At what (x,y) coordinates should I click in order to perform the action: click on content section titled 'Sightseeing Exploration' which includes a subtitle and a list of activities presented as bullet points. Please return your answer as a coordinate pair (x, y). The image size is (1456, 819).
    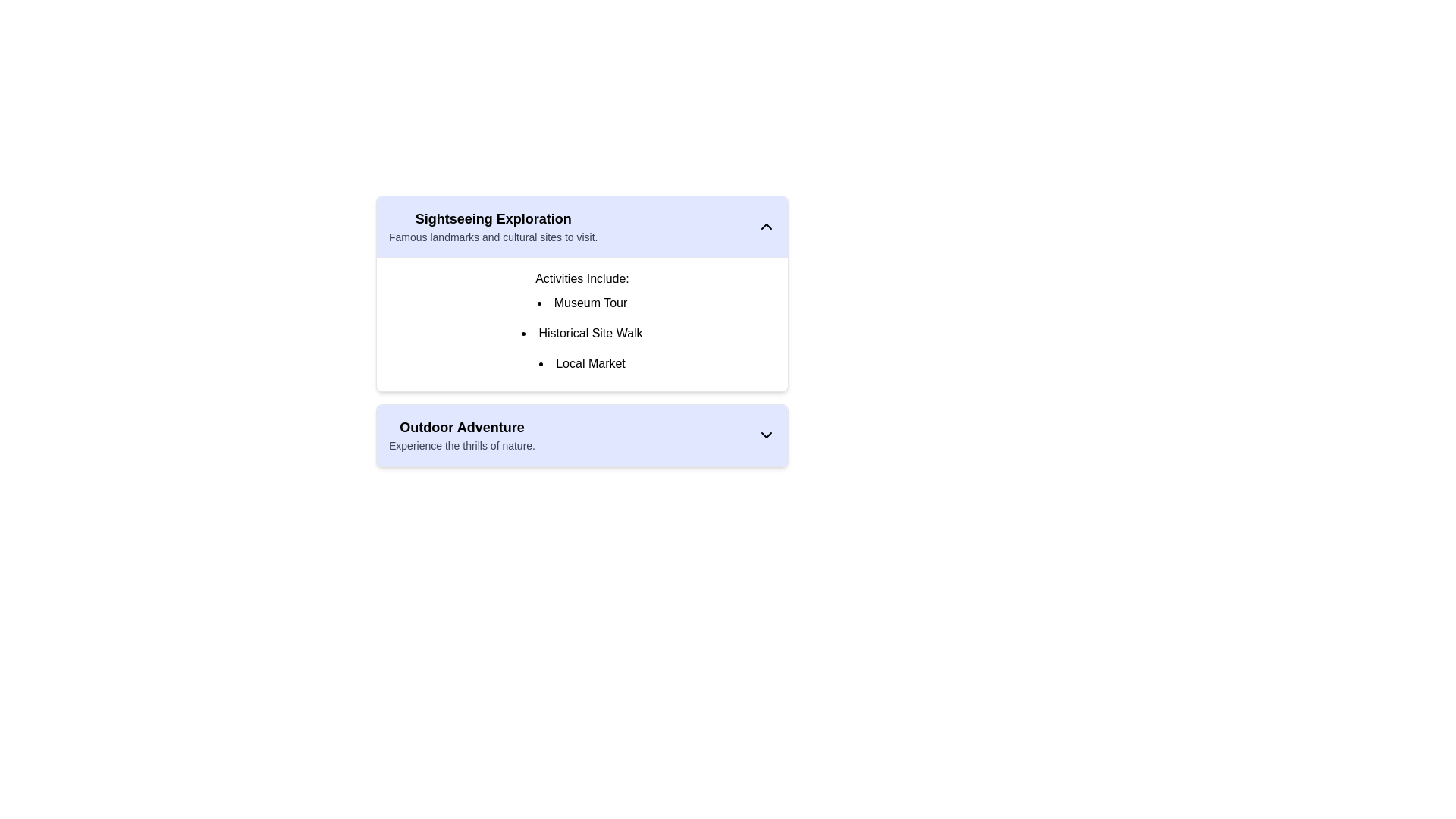
    Looking at the image, I should click on (582, 336).